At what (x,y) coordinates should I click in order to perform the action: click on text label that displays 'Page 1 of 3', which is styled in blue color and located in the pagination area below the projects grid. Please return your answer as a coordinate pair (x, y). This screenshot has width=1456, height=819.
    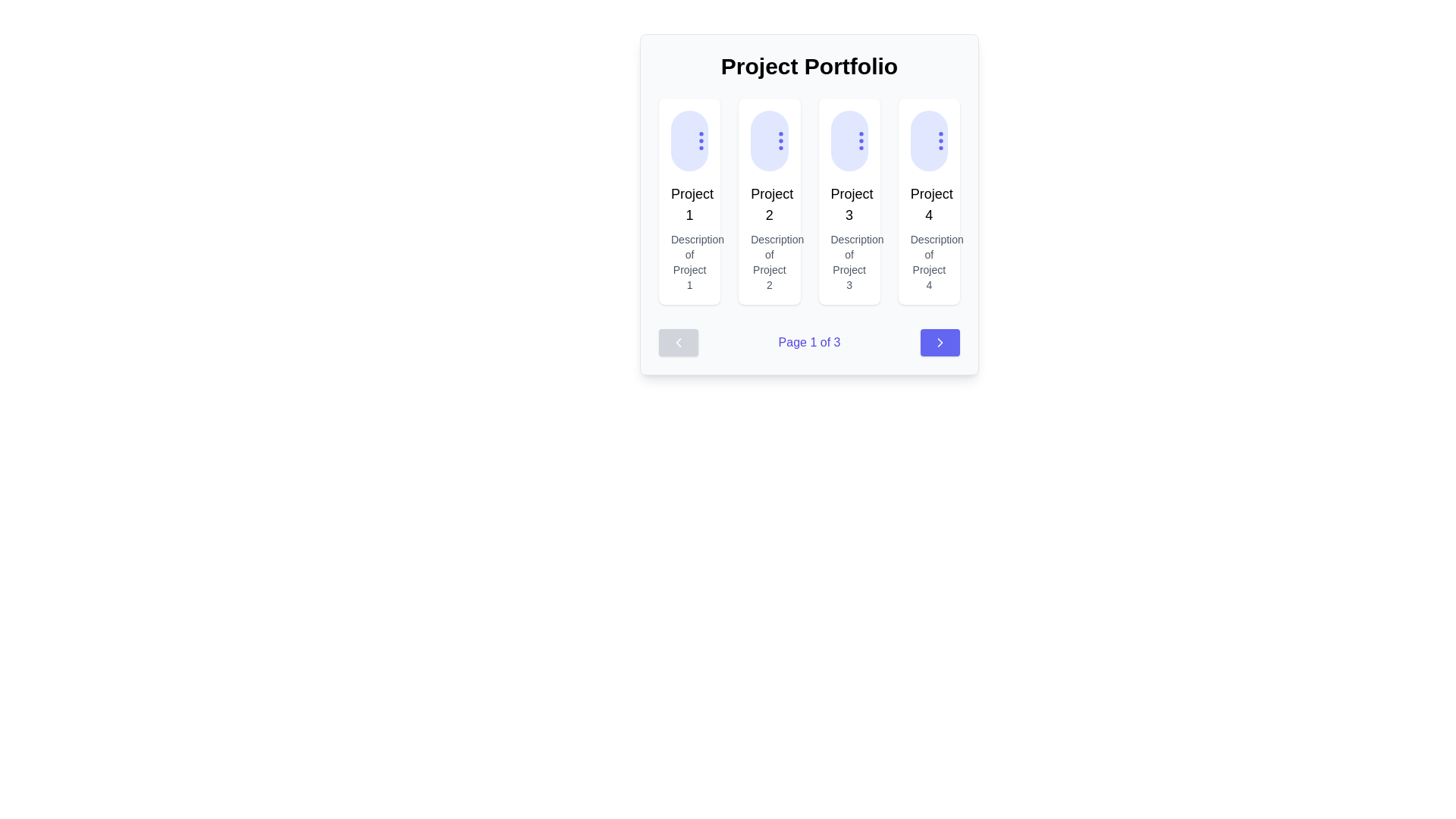
    Looking at the image, I should click on (808, 342).